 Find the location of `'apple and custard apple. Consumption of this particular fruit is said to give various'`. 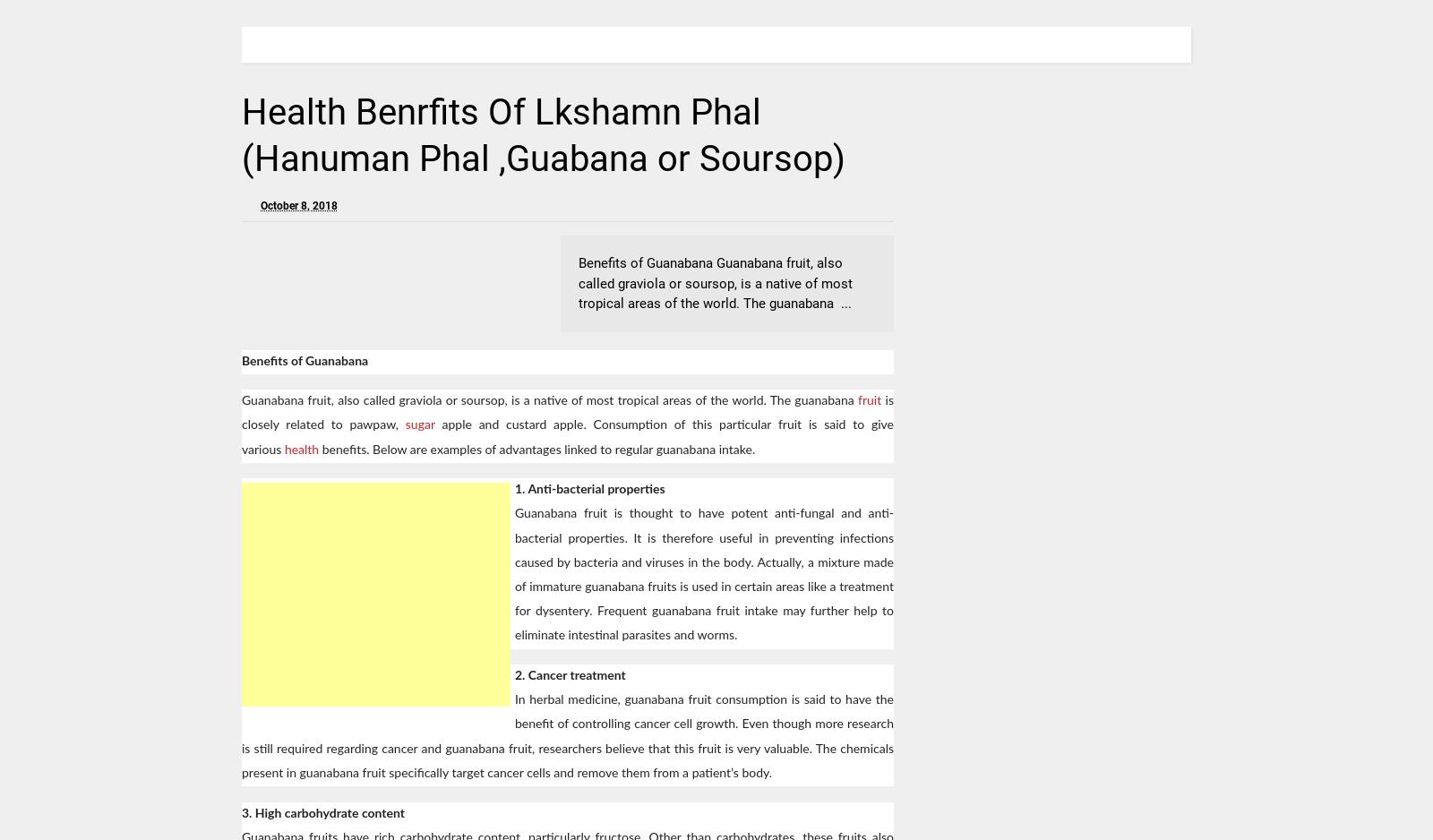

'apple and custard apple. Consumption of this particular fruit is said to give various' is located at coordinates (567, 437).